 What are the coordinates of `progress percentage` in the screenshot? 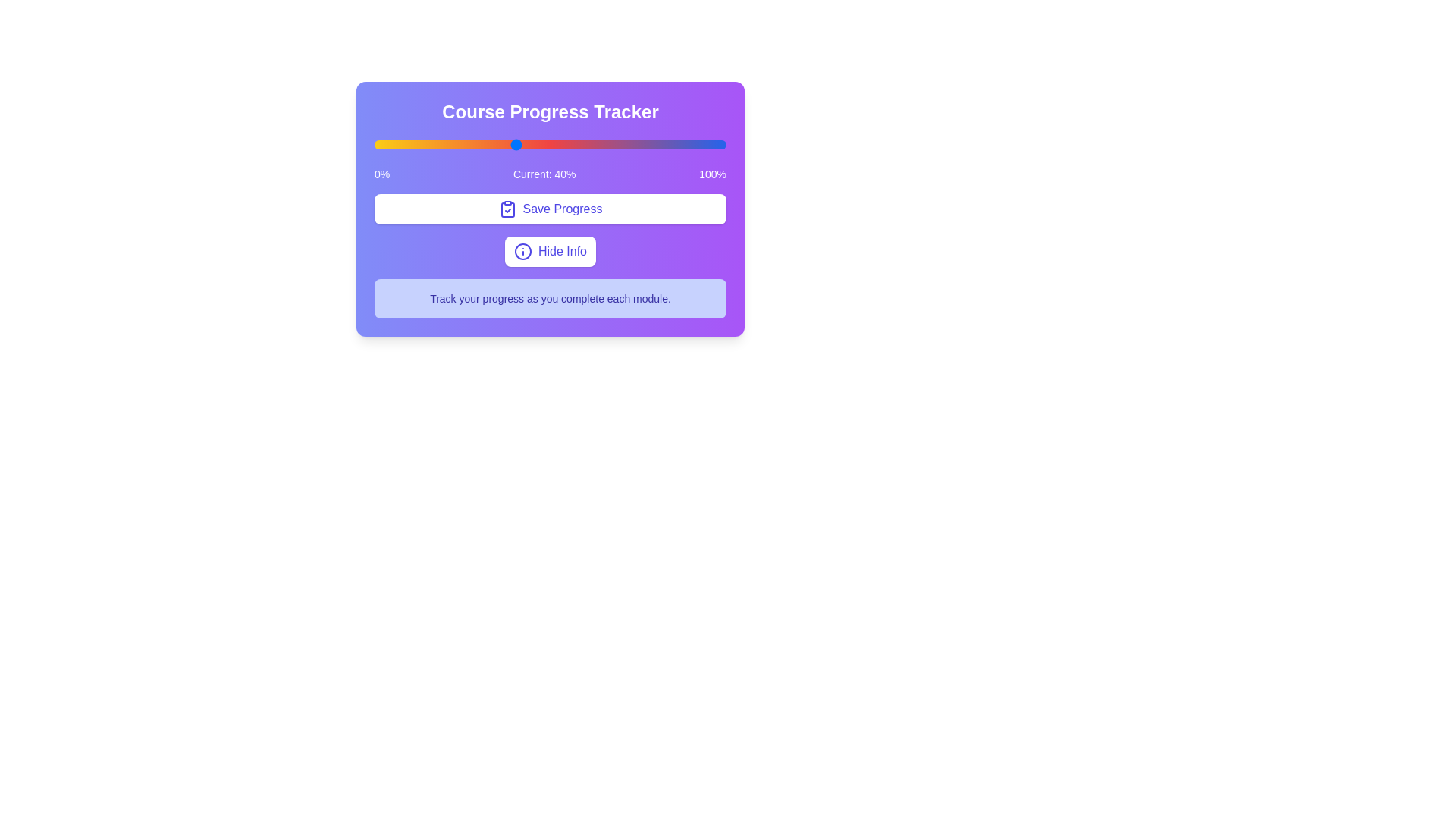 It's located at (501, 145).